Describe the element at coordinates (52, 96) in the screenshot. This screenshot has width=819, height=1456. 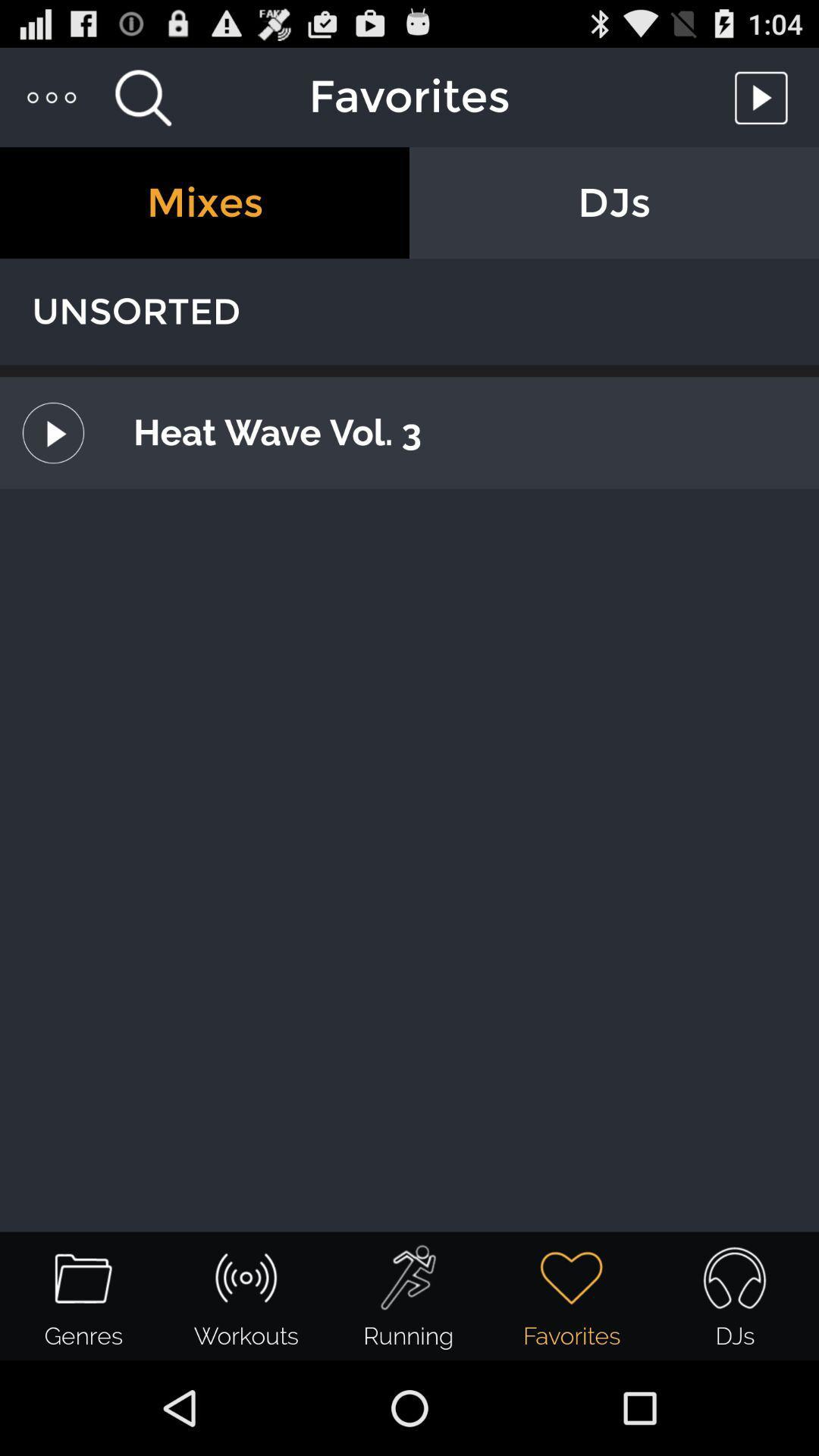
I see `menu` at that location.